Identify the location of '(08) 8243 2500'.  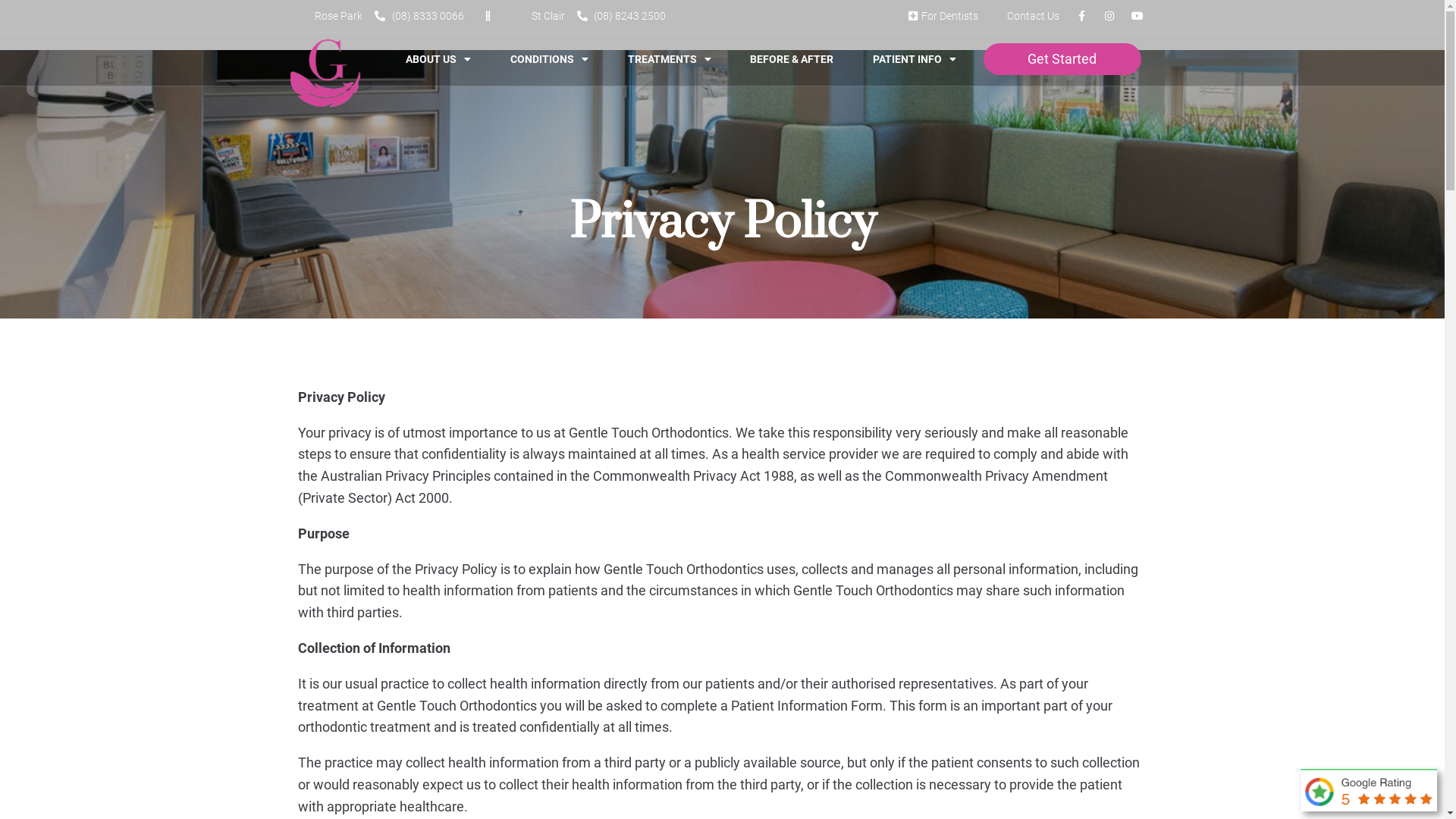
(621, 15).